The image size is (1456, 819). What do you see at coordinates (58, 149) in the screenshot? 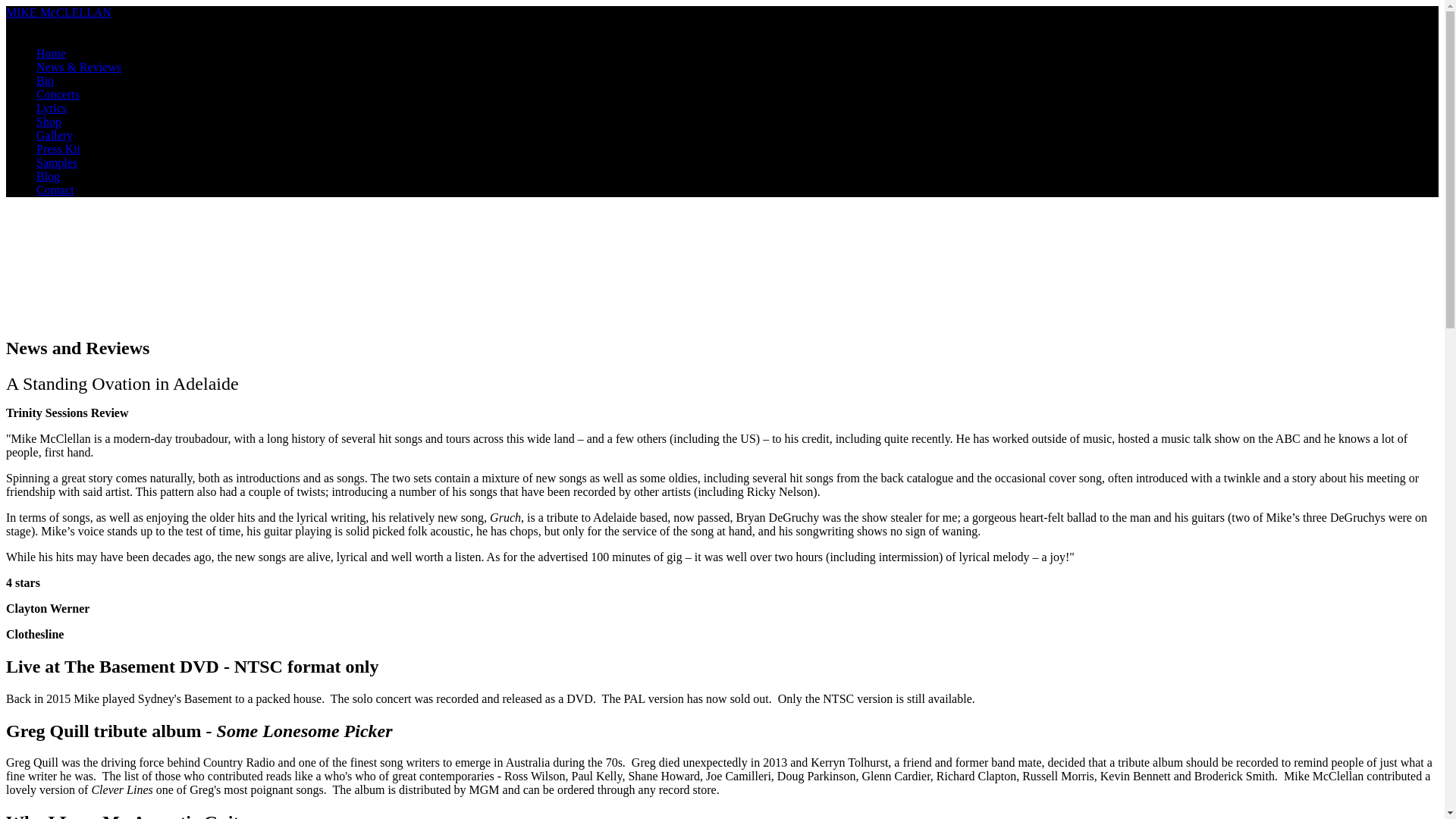
I see `'Press Kit'` at bounding box center [58, 149].